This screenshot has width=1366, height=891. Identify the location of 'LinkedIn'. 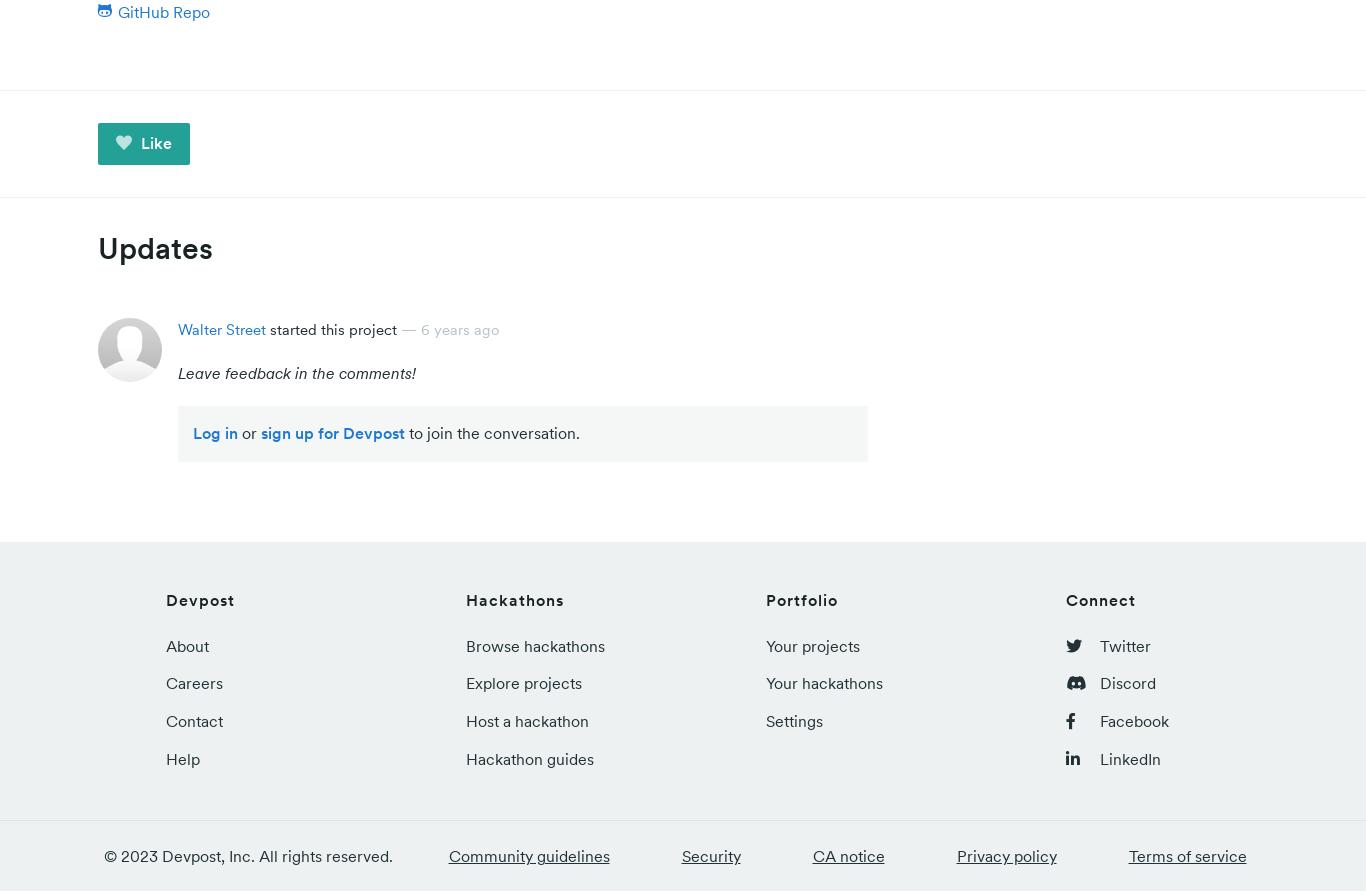
(1128, 757).